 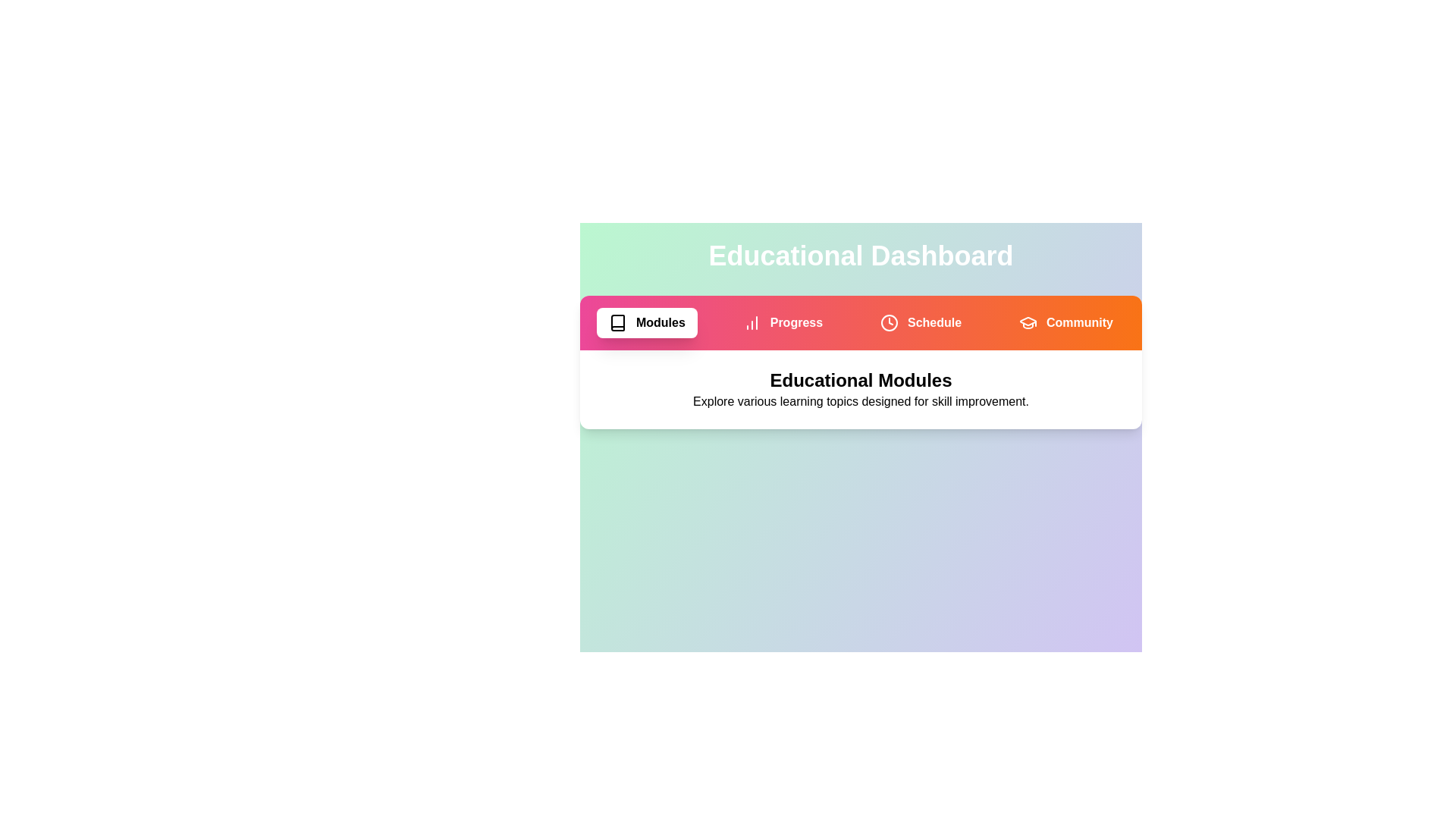 I want to click on the 'Community' navigation button located at the top-right of the navigation bar, so click(x=1079, y=322).